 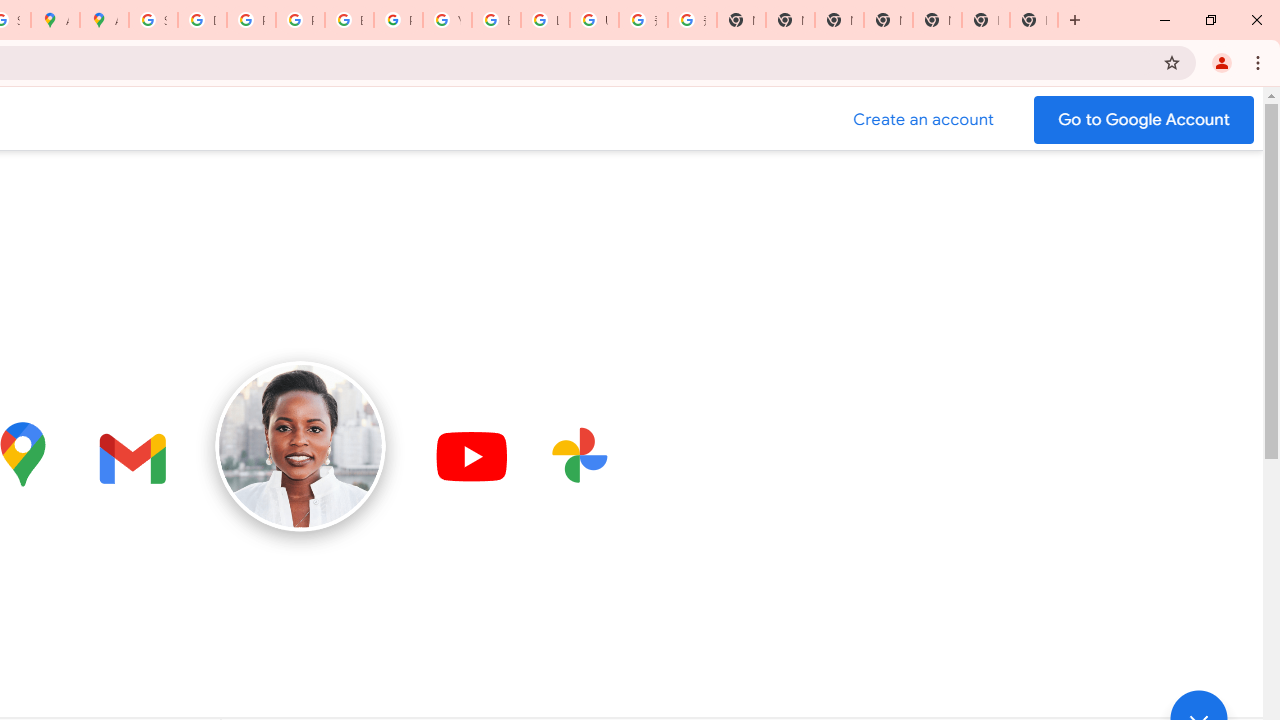 What do you see at coordinates (923, 119) in the screenshot?
I see `'Create a Google Account'` at bounding box center [923, 119].